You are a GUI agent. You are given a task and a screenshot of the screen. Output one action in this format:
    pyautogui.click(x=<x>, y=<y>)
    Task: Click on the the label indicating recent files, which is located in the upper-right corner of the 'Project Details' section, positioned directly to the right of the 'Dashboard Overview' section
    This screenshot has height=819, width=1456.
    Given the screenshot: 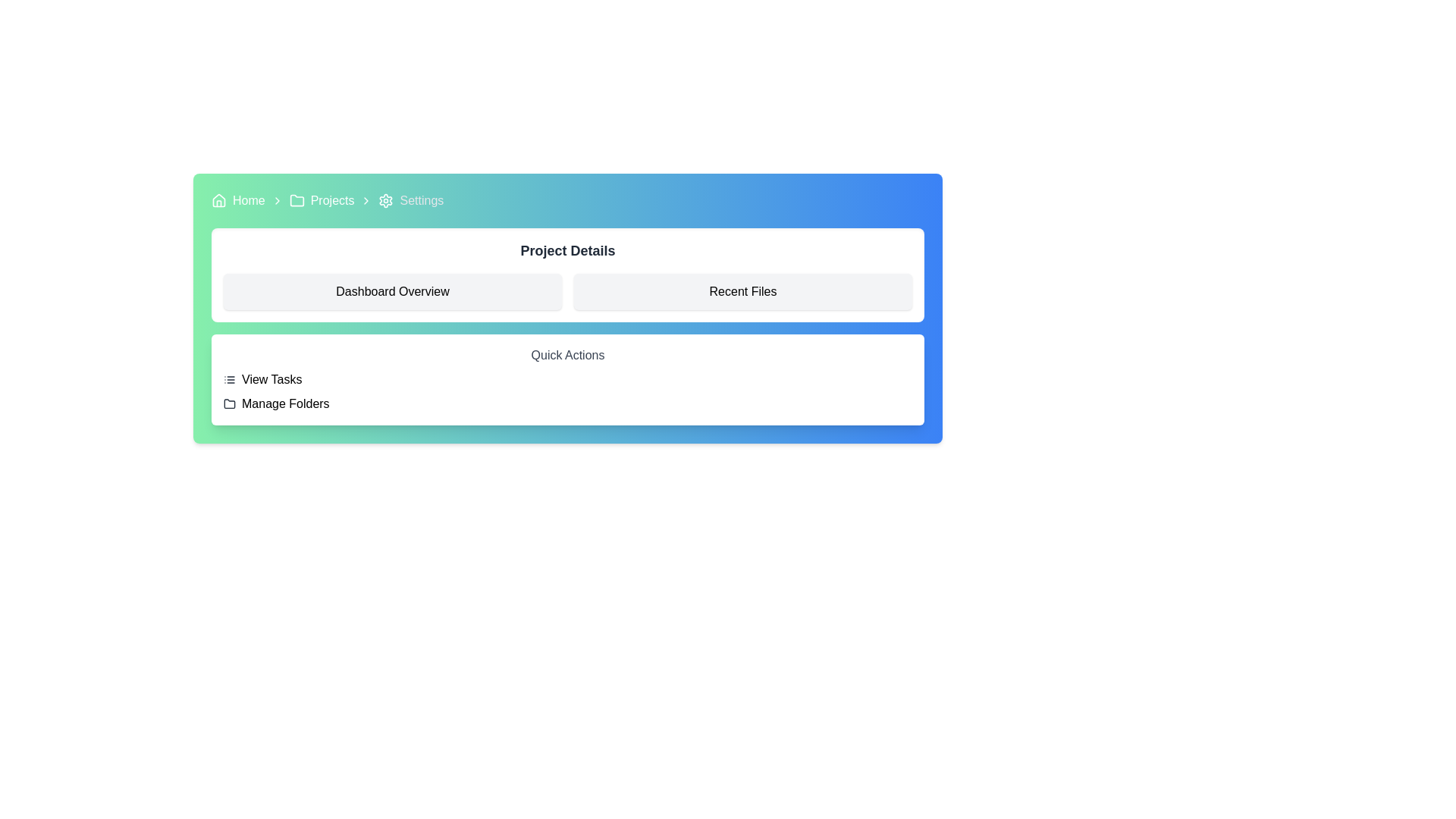 What is the action you would take?
    pyautogui.click(x=742, y=292)
    